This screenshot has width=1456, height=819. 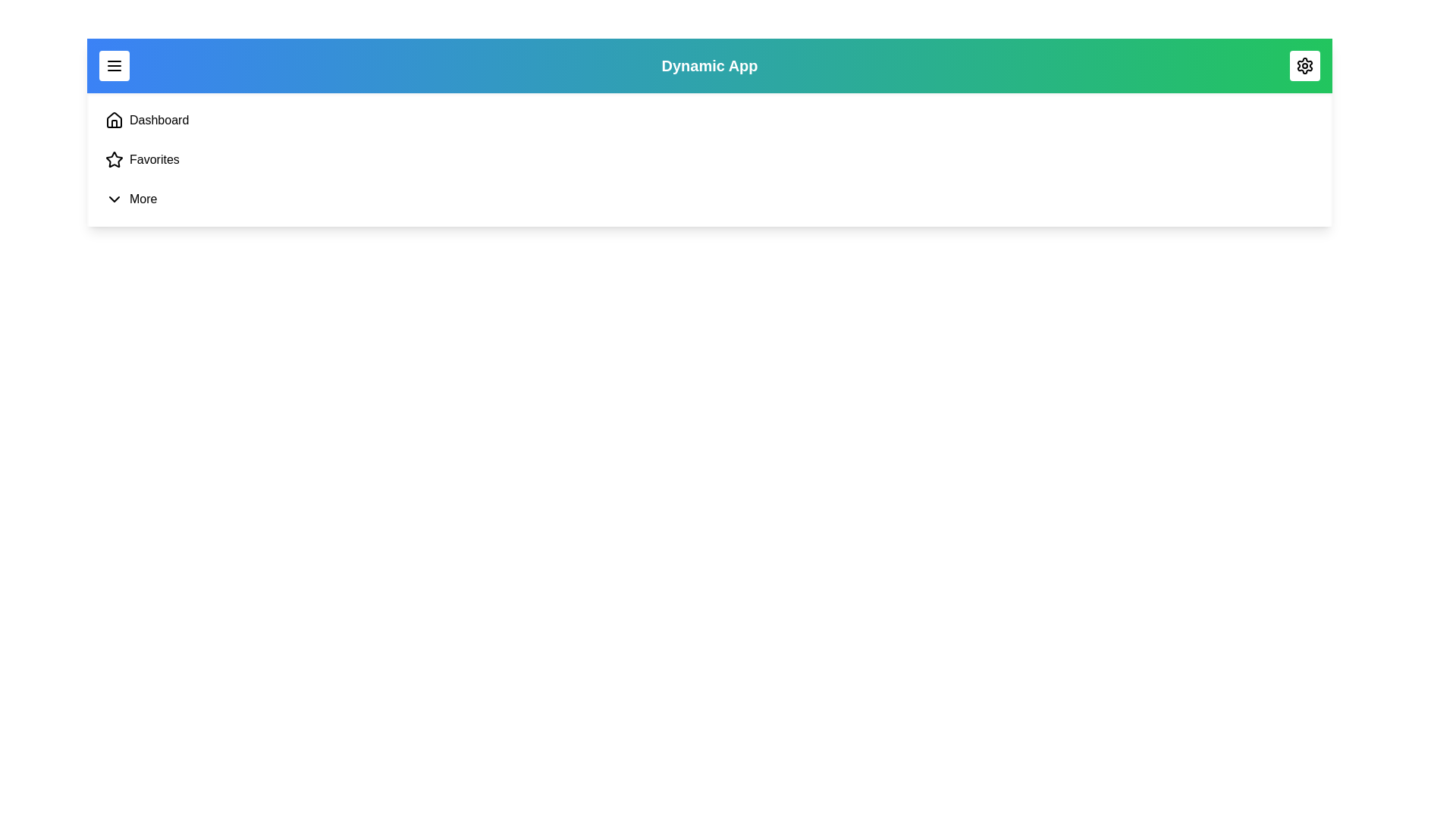 I want to click on the settings button located on the right side of the app bar, so click(x=1304, y=65).